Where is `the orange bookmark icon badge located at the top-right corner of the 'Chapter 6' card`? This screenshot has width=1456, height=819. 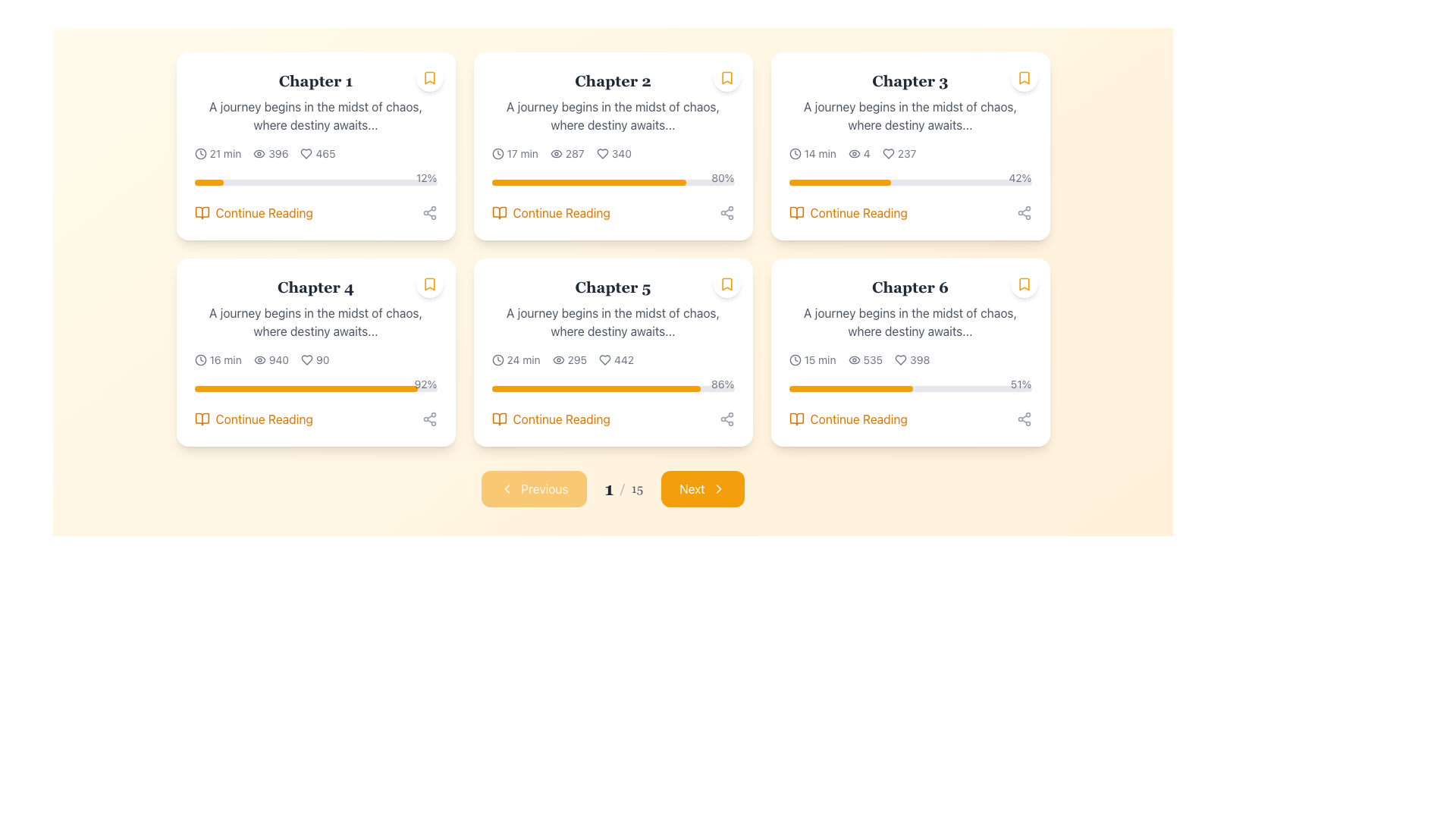
the orange bookmark icon badge located at the top-right corner of the 'Chapter 6' card is located at coordinates (1024, 284).